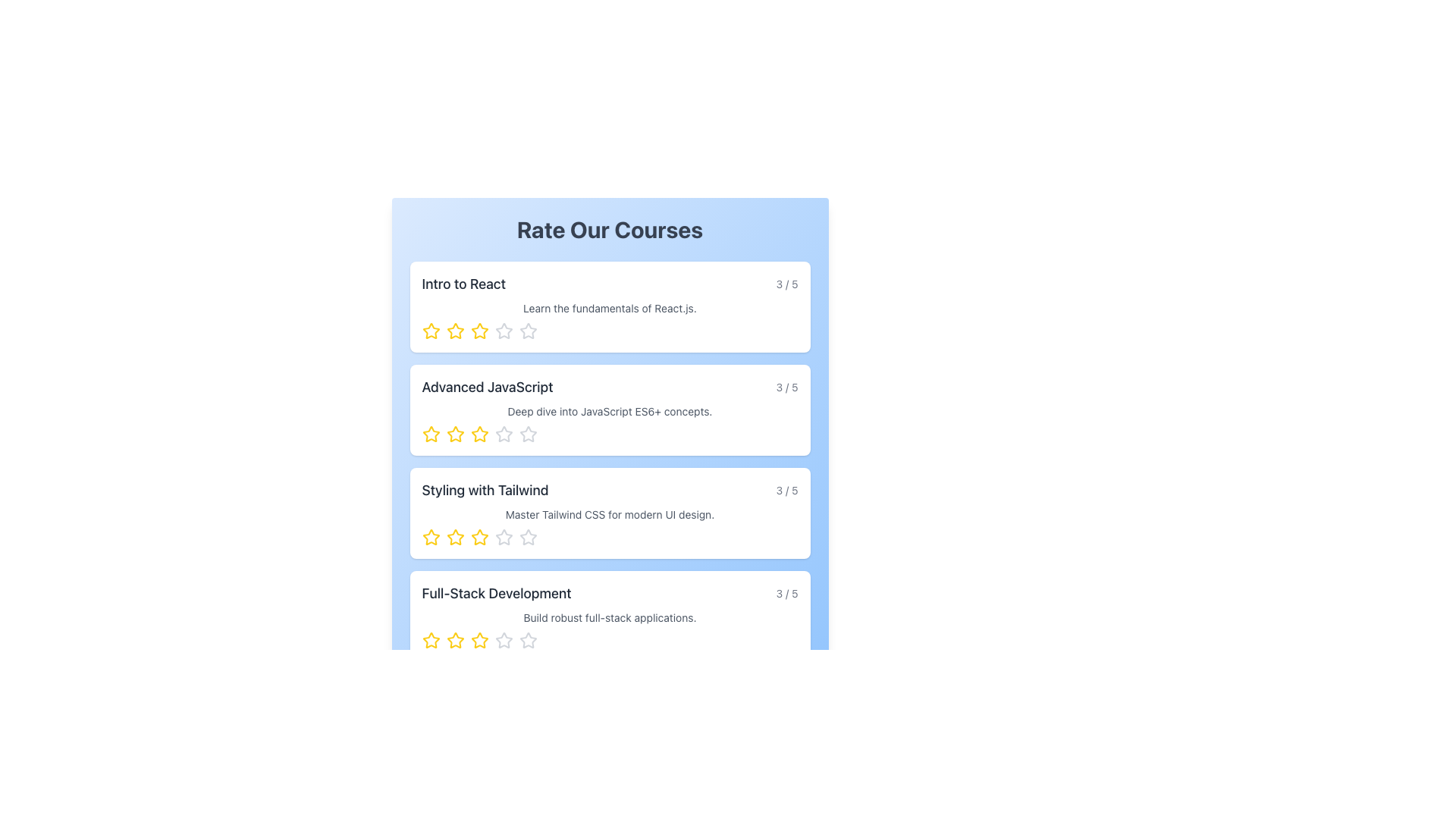 Image resolution: width=1456 pixels, height=819 pixels. What do you see at coordinates (479, 434) in the screenshot?
I see `the third star icon in the rating row of the 'Advanced JavaScript' course` at bounding box center [479, 434].